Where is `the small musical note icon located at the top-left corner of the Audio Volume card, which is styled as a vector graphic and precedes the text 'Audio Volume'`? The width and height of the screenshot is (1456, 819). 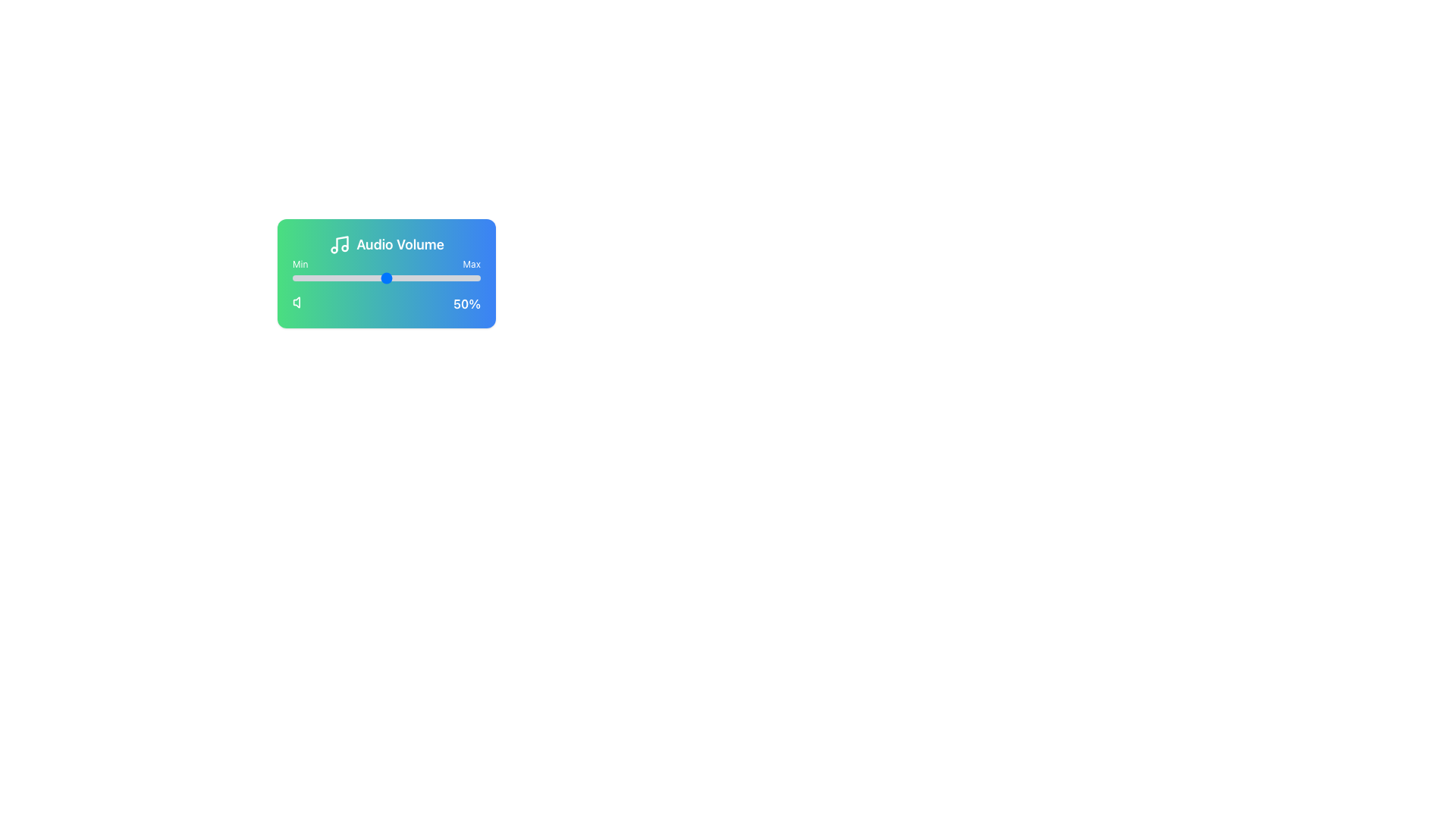 the small musical note icon located at the top-left corner of the Audio Volume card, which is styled as a vector graphic and precedes the text 'Audio Volume' is located at coordinates (339, 244).